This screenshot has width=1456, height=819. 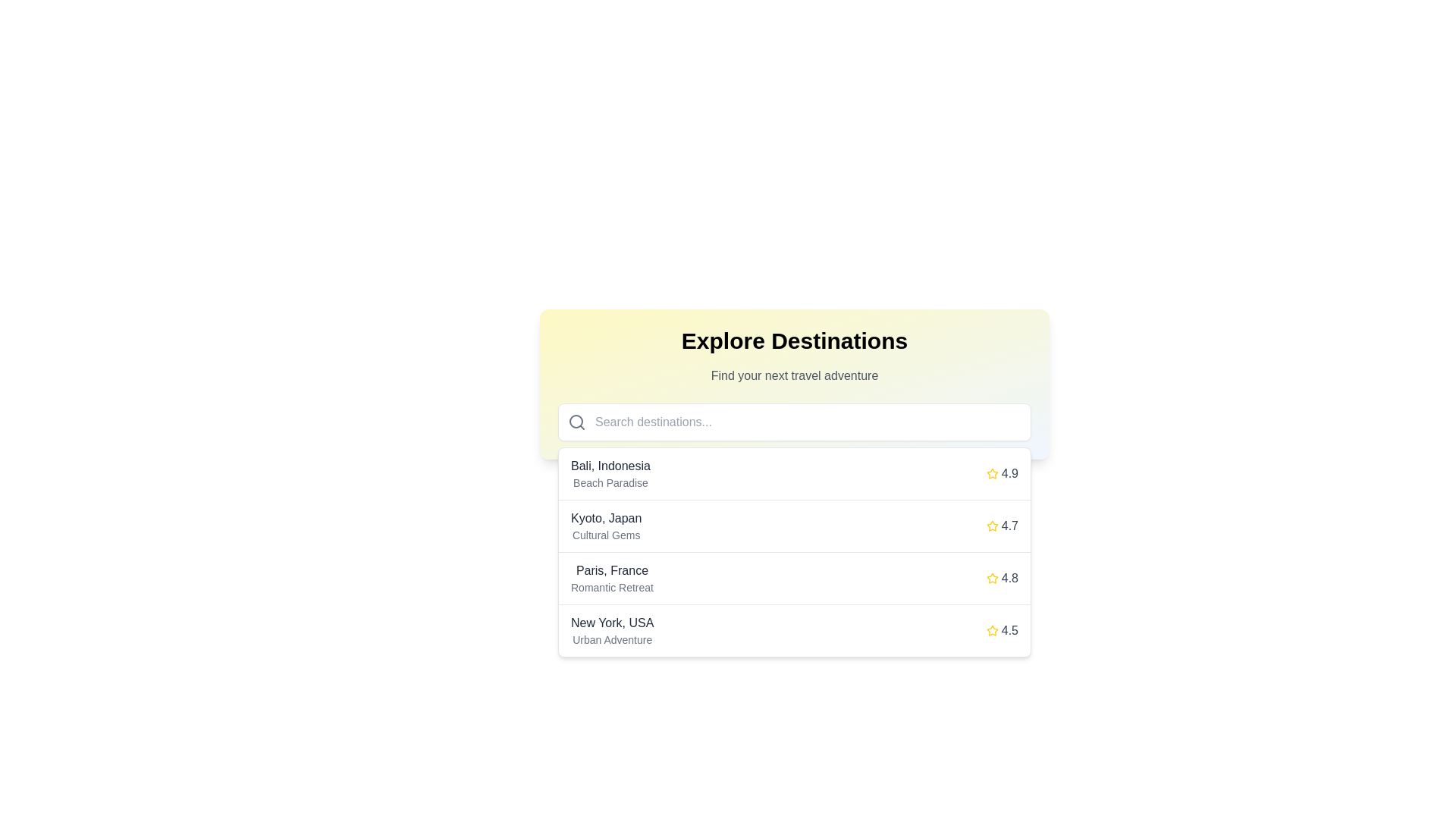 What do you see at coordinates (1002, 579) in the screenshot?
I see `the rating representation element for 'Paris, France'` at bounding box center [1002, 579].